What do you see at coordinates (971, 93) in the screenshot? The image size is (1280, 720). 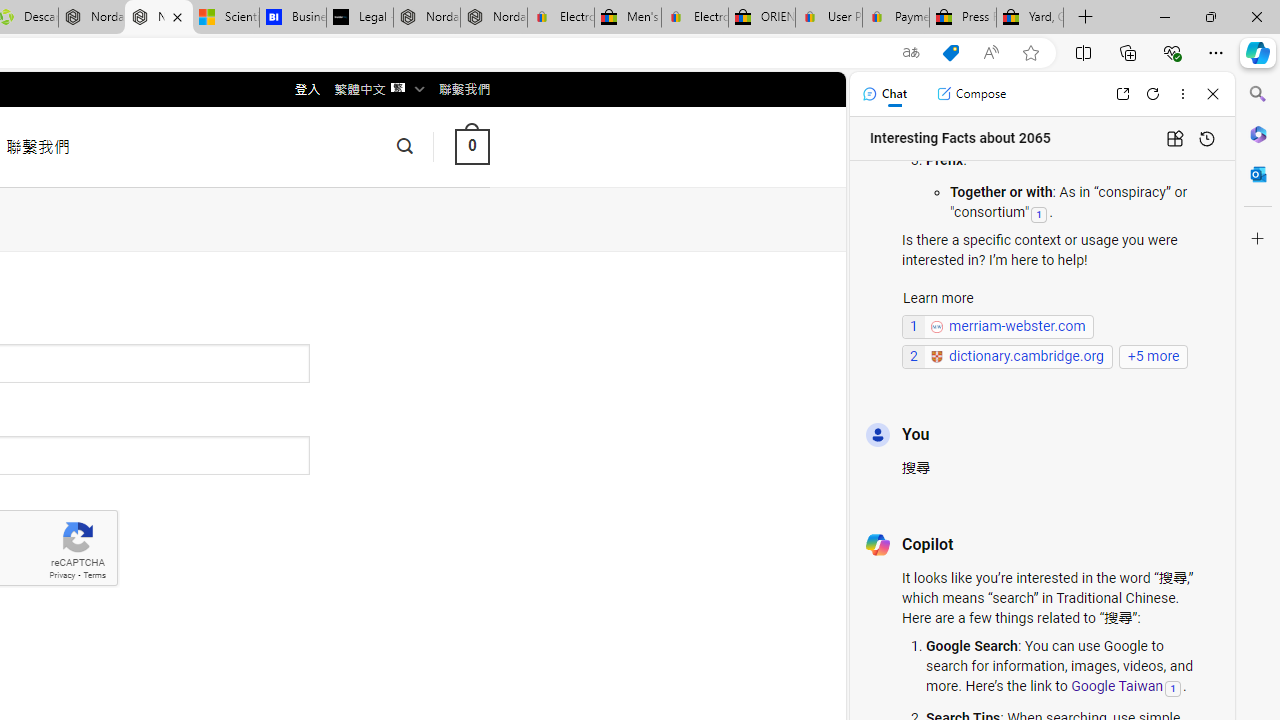 I see `'Compose'` at bounding box center [971, 93].